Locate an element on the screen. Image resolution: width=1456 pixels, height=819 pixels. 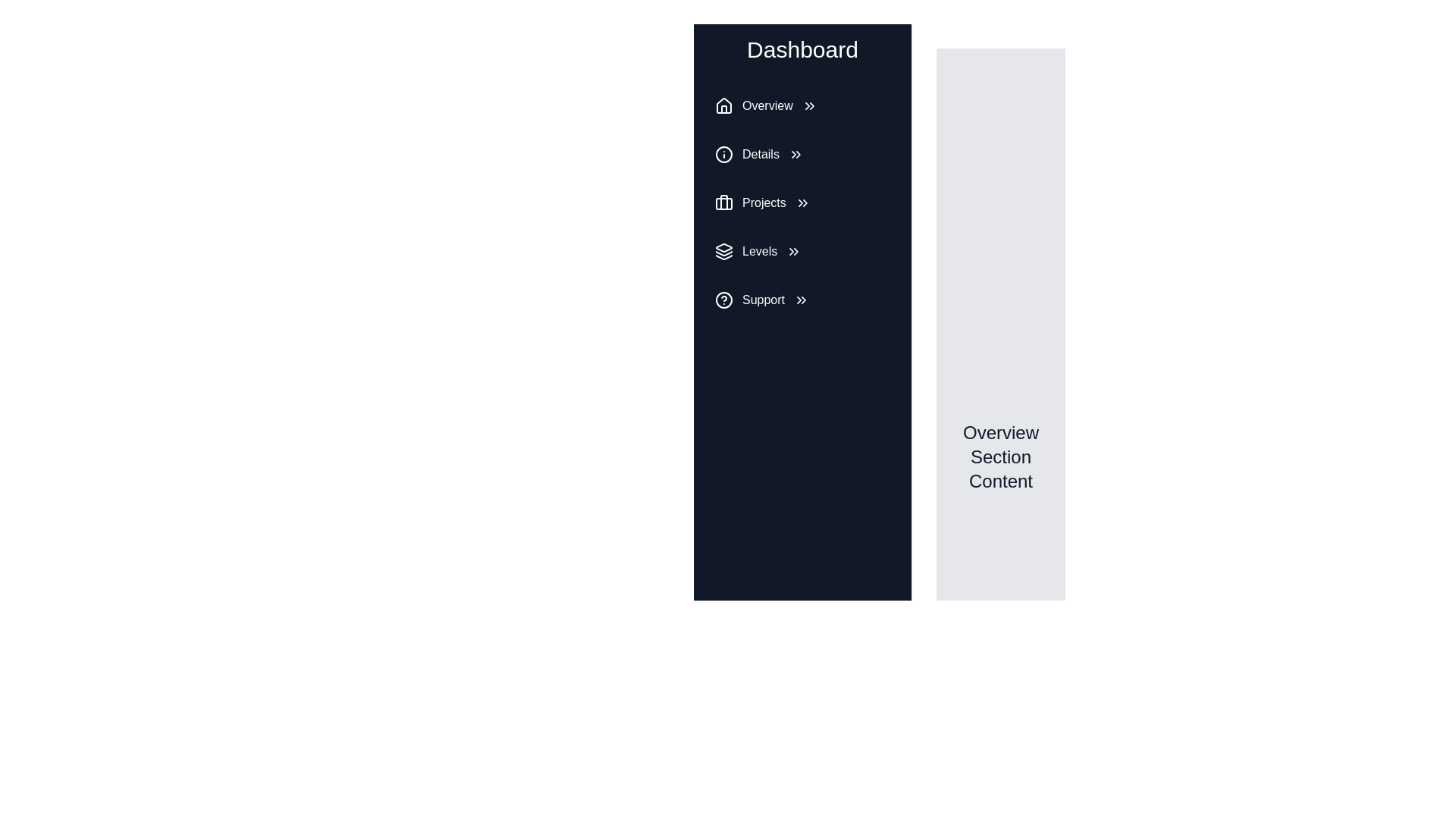
the Overview icon in the vertical navigation menu under the Dashboard title is located at coordinates (723, 104).